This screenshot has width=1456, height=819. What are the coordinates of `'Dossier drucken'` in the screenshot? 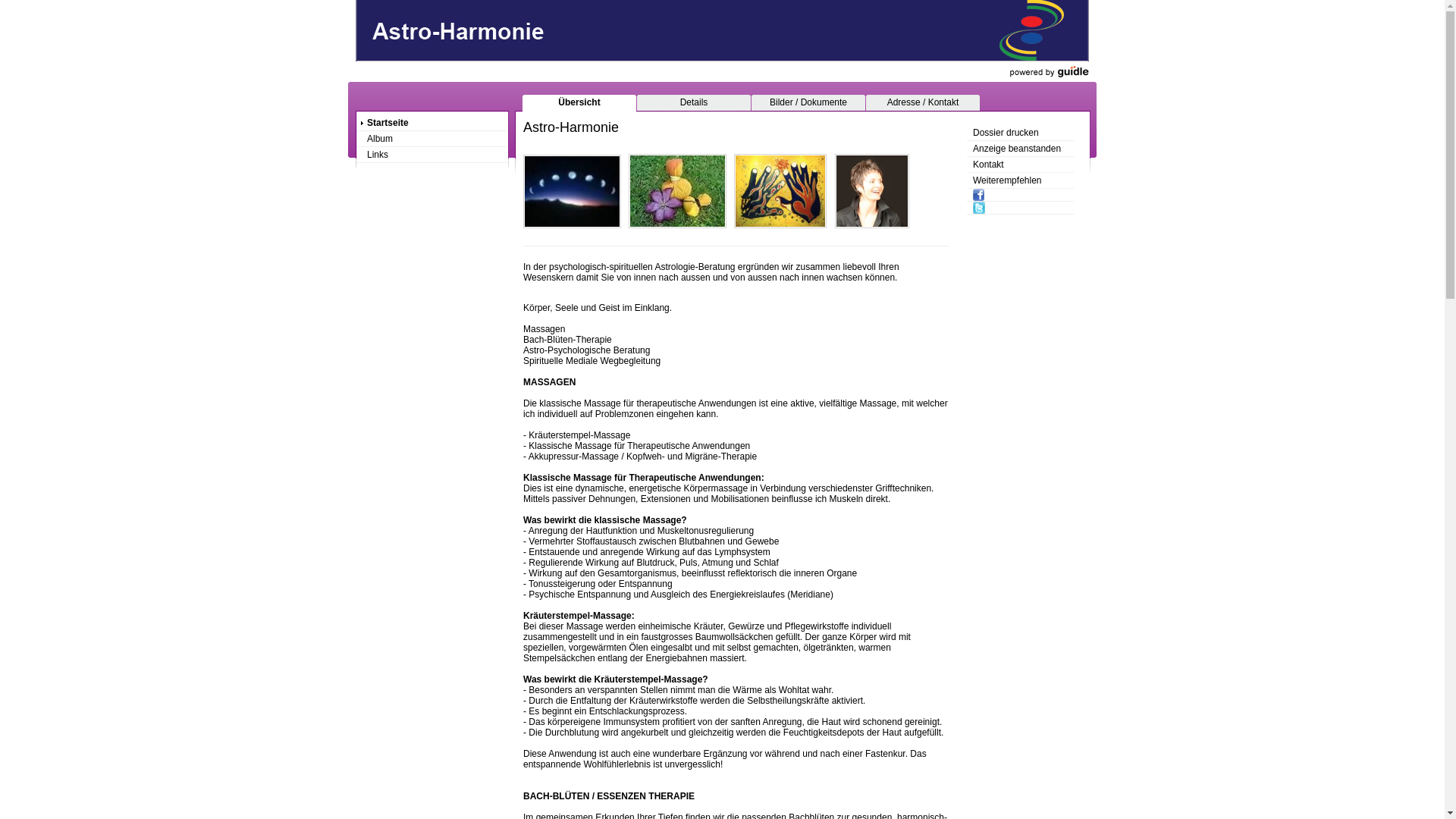 It's located at (1020, 132).